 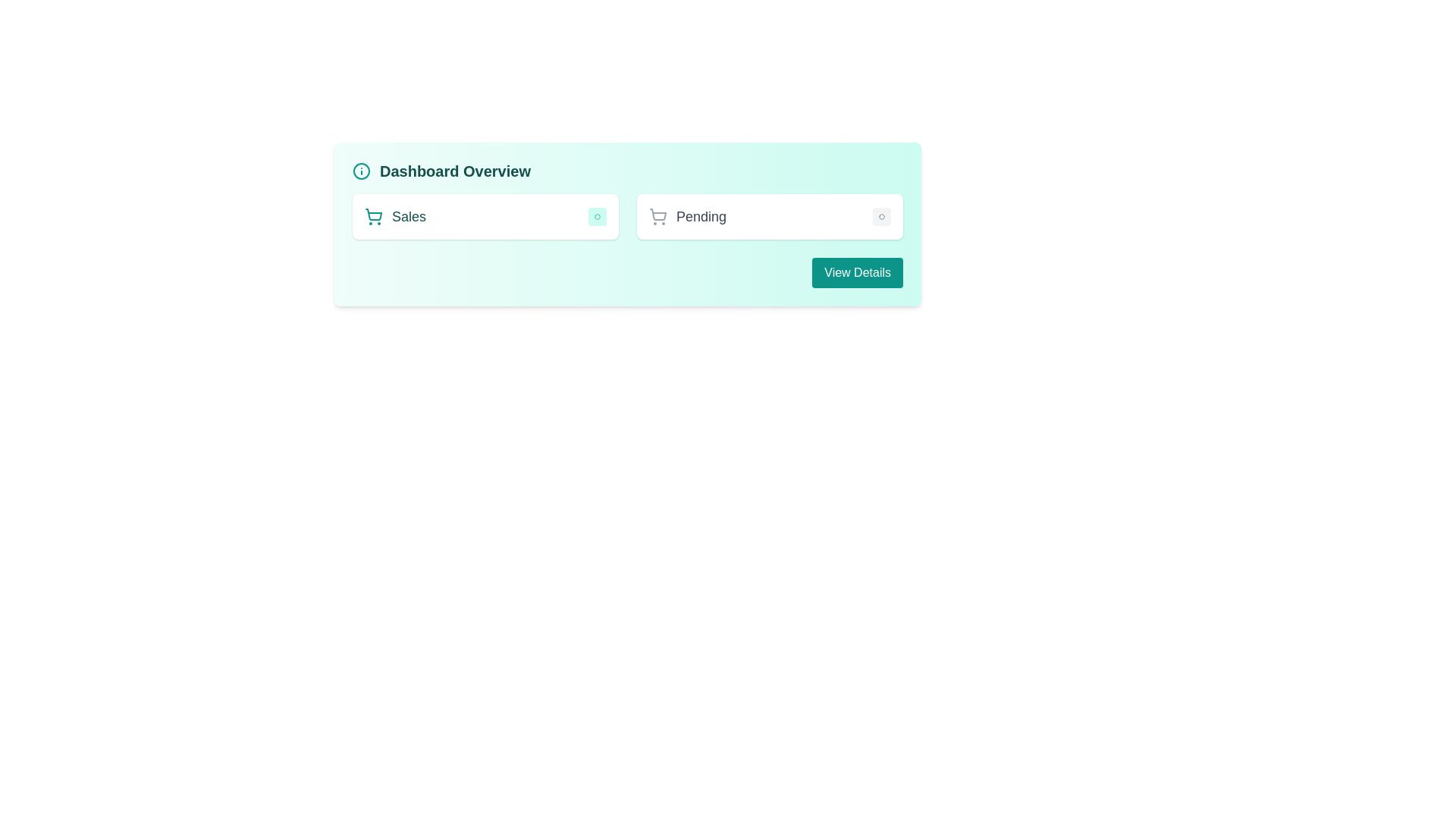 What do you see at coordinates (360, 171) in the screenshot?
I see `decorative Circle element within the informational icon located to the left of the 'Dashboard Overview' header text by clicking on it` at bounding box center [360, 171].